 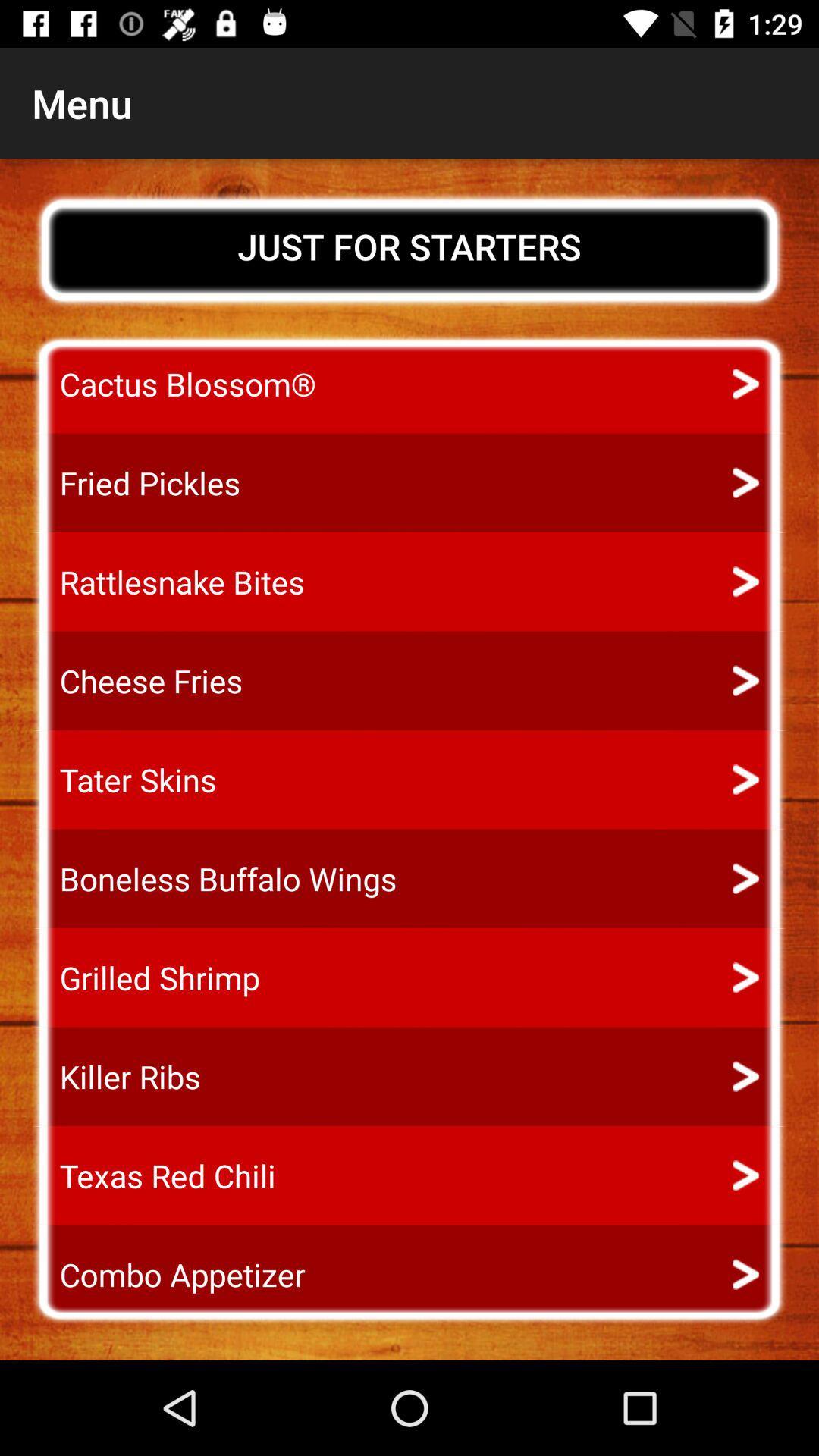 I want to click on item above the texas red chili item, so click(x=115, y=1076).